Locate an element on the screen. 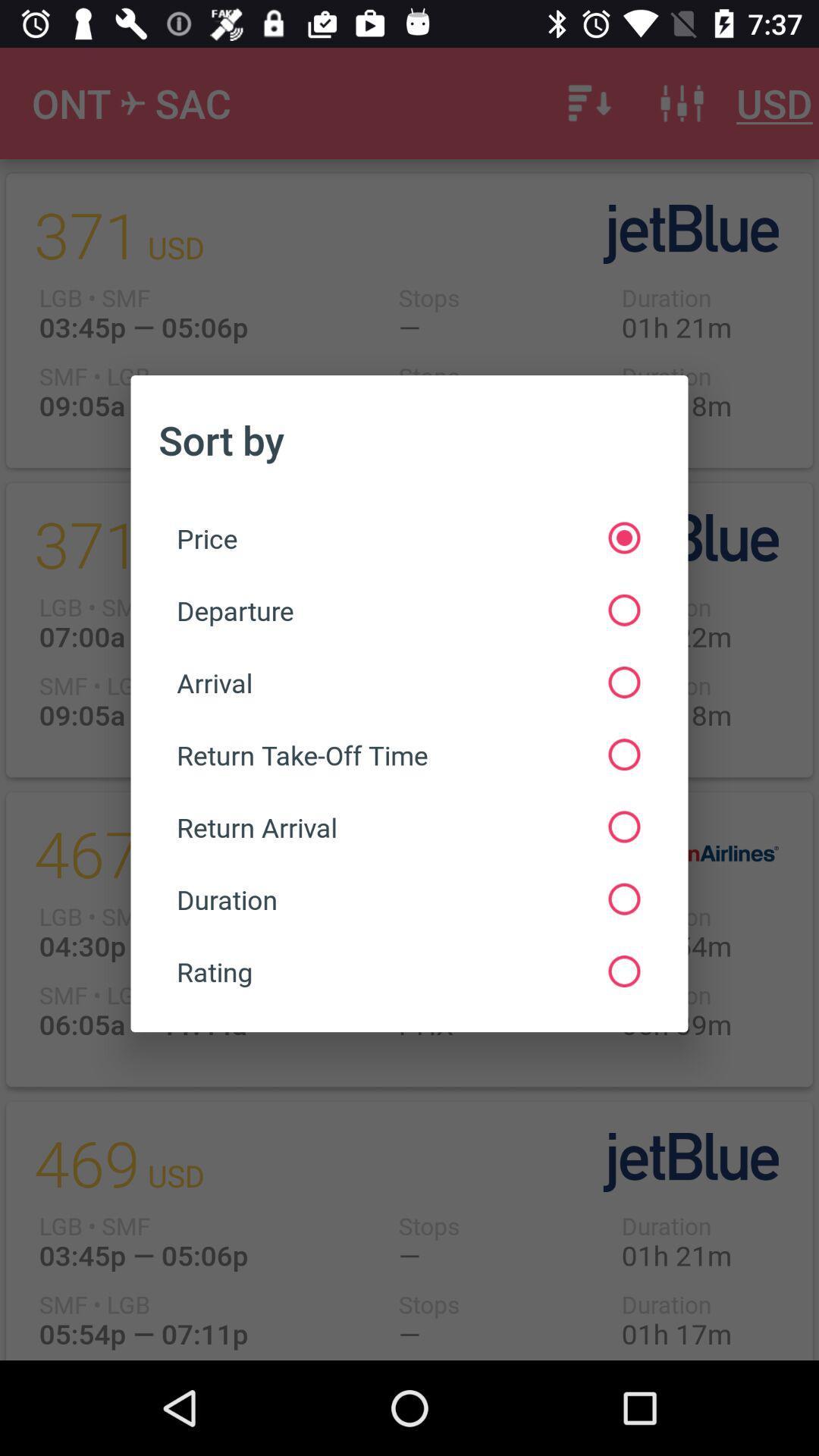  duration is located at coordinates (407, 899).